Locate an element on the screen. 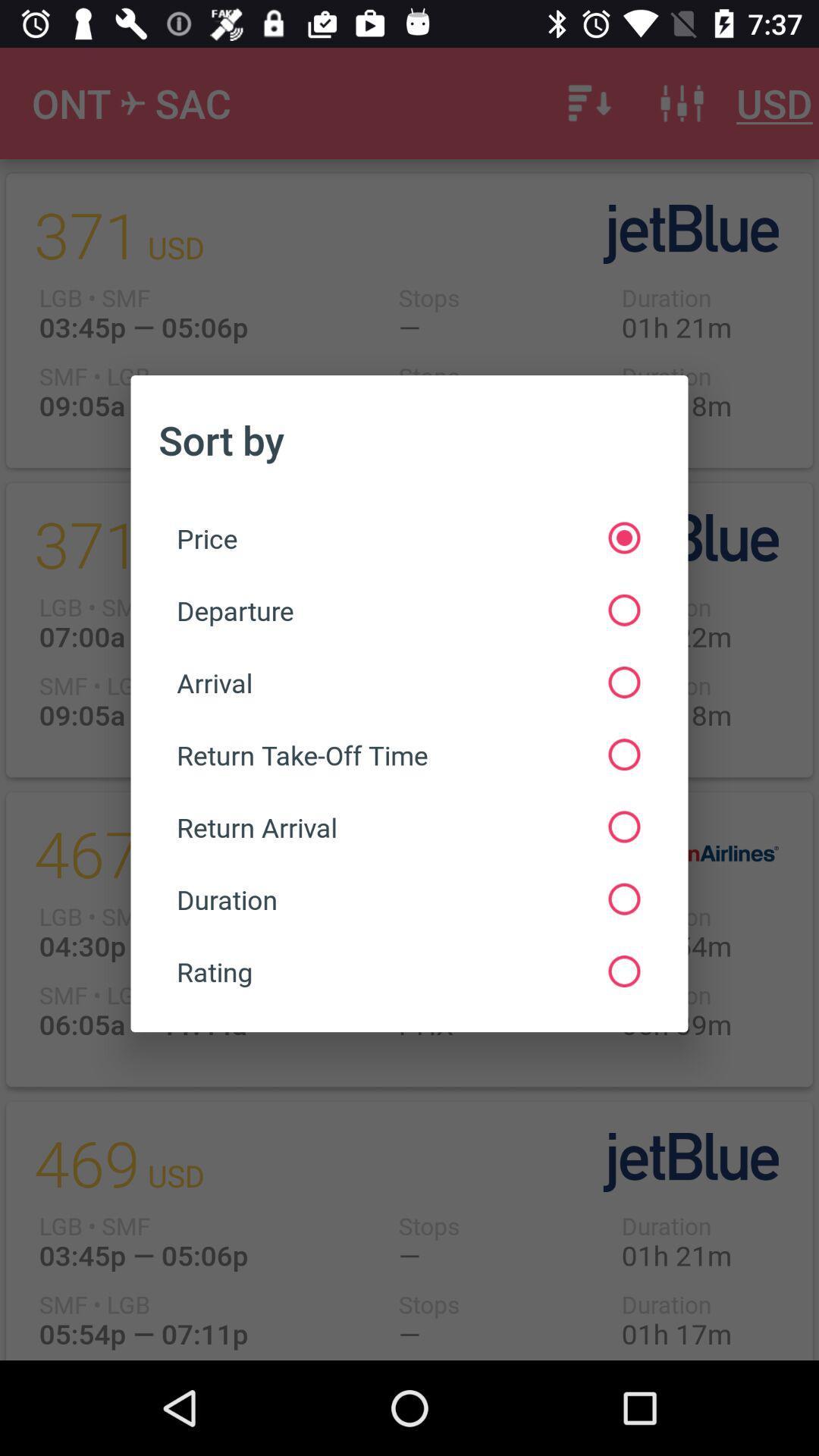  duration is located at coordinates (407, 899).